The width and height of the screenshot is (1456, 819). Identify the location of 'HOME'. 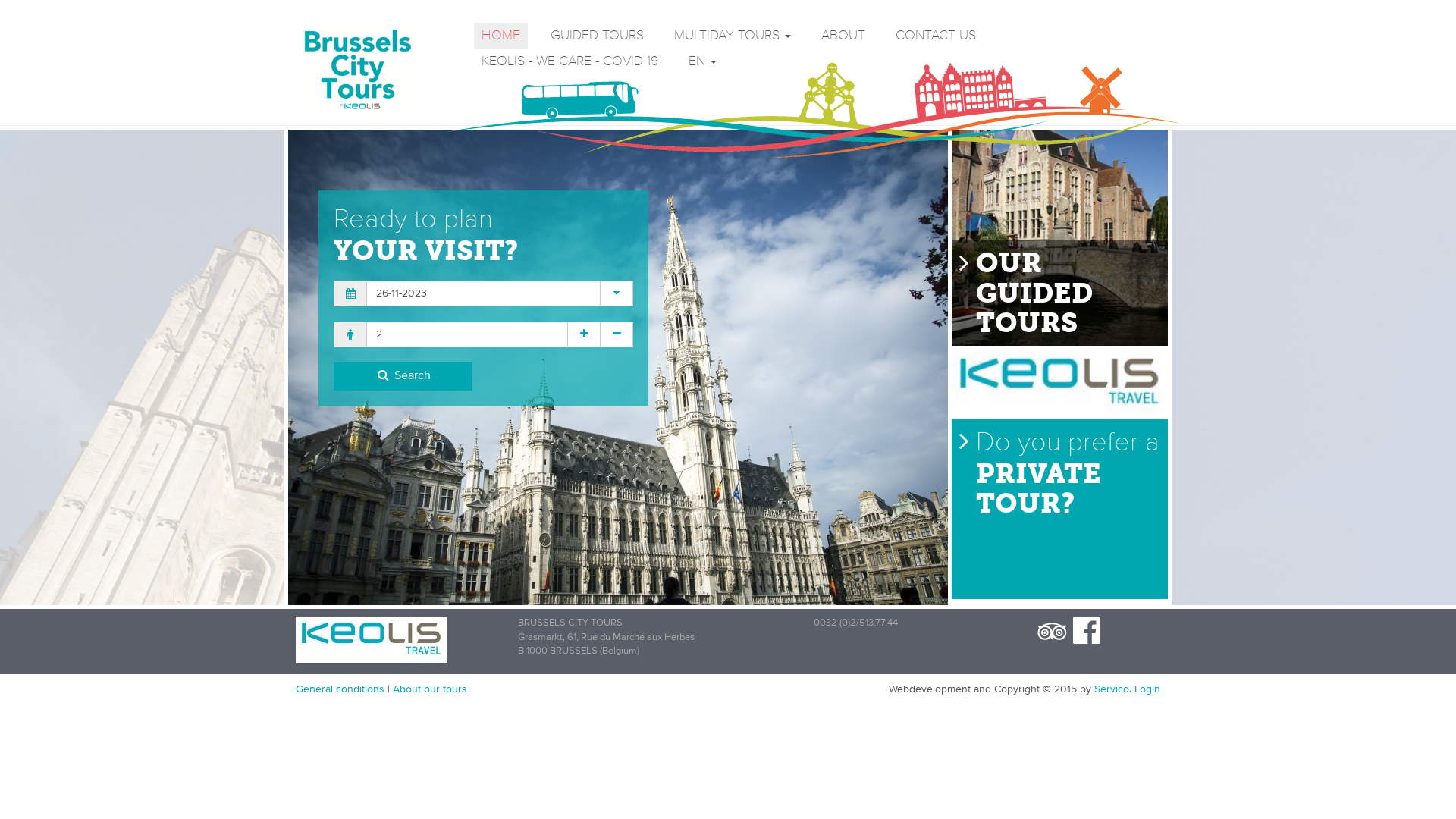
(500, 34).